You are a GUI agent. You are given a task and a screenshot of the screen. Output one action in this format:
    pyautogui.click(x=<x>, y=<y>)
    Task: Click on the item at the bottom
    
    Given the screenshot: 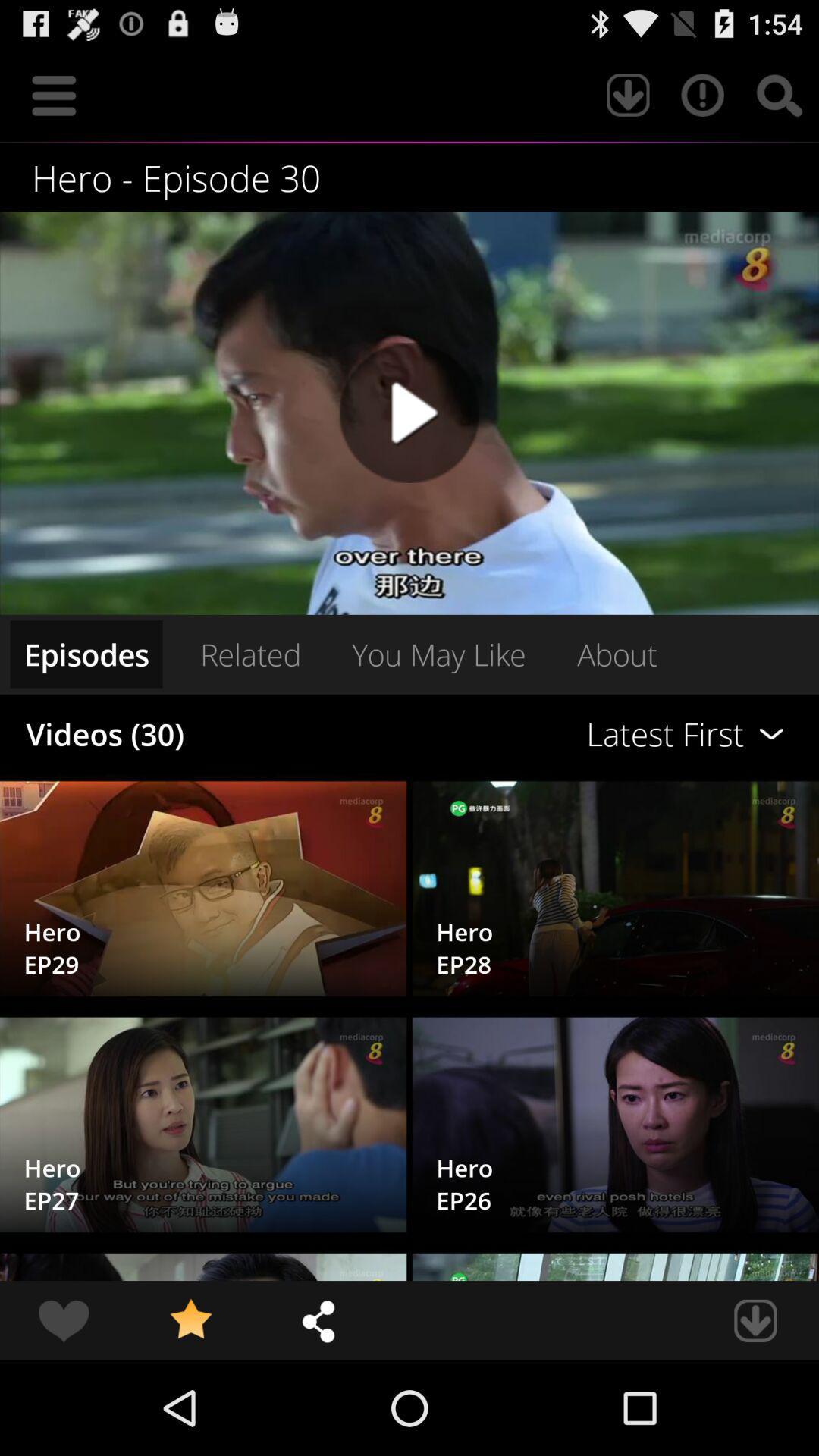 What is the action you would take?
    pyautogui.click(x=318, y=1319)
    